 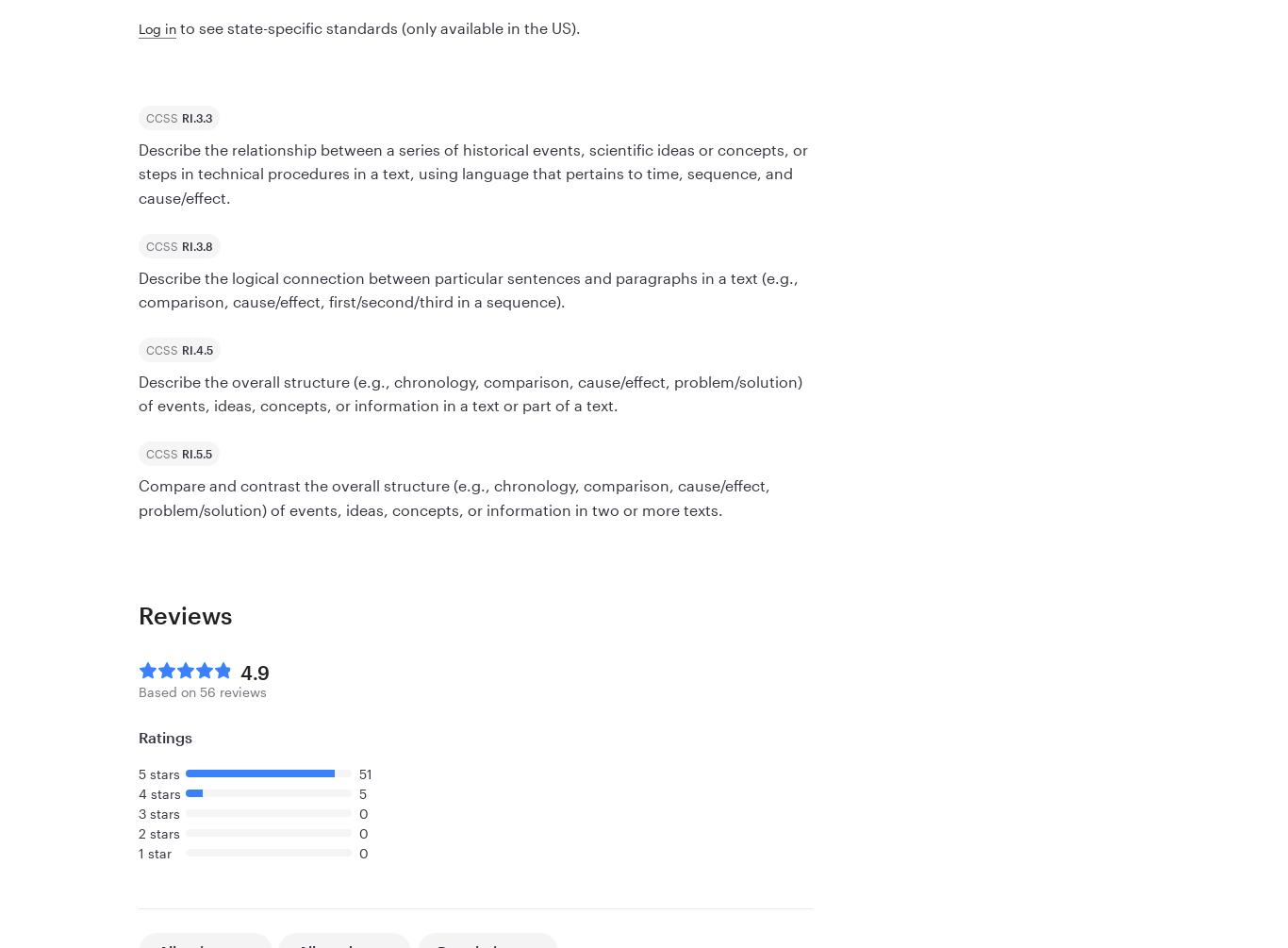 I want to click on 'RI.5.5', so click(x=195, y=453).